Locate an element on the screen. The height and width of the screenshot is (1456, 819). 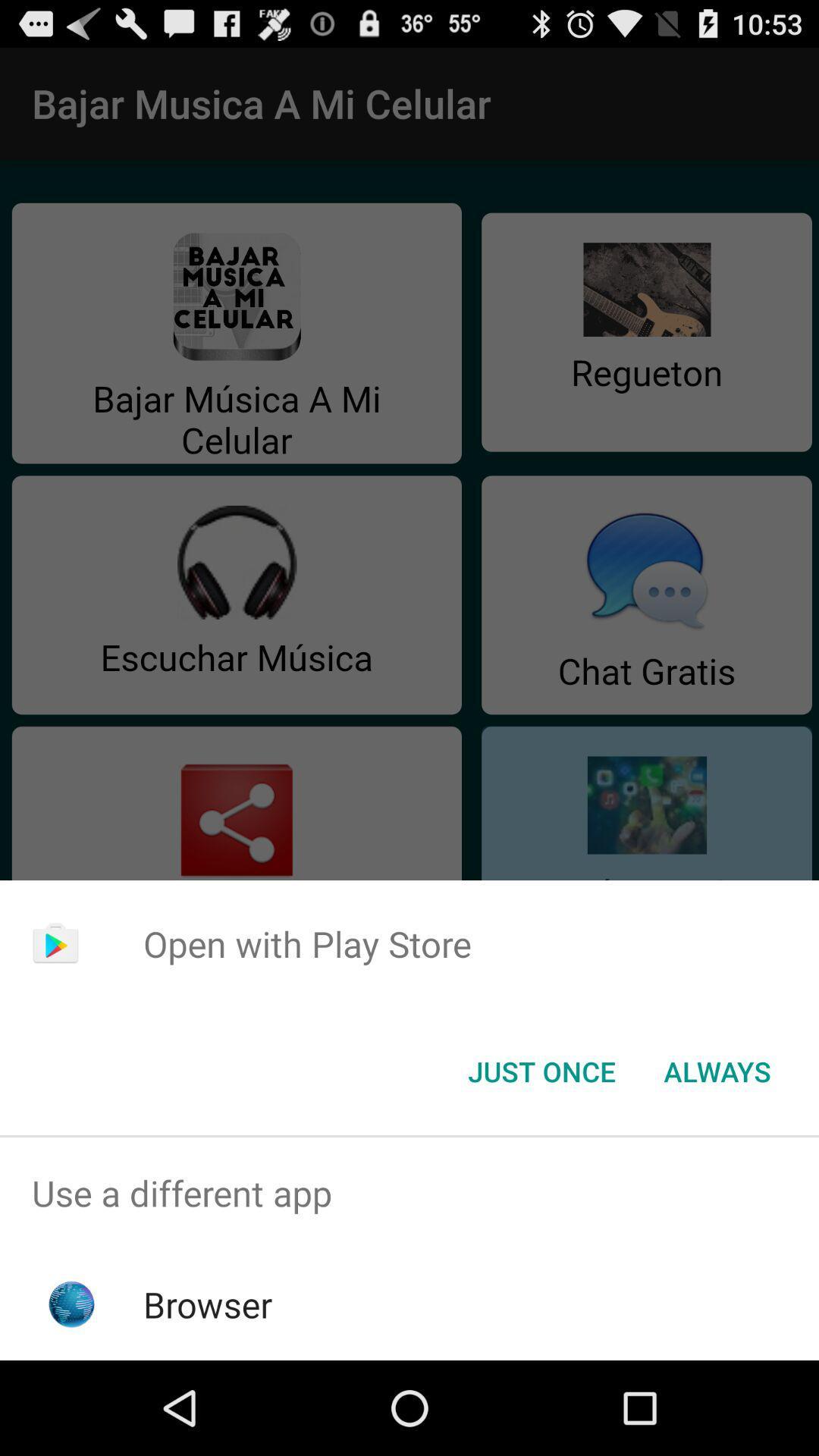
the browser is located at coordinates (208, 1304).